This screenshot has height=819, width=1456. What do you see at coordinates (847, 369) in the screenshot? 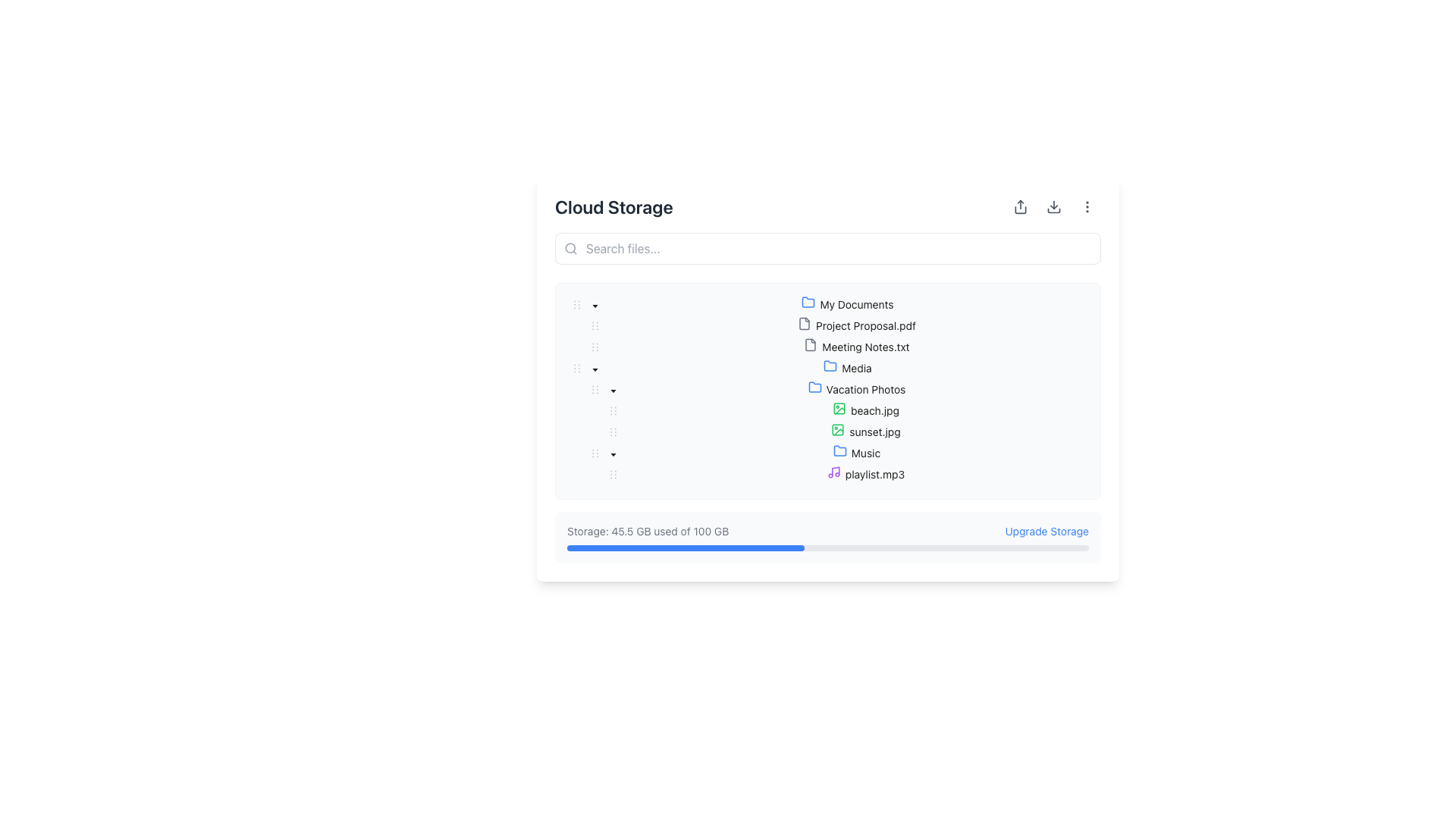
I see `on the 'Media' folder item, which is the second item in the hierarchical folder list under 'My Documents'` at bounding box center [847, 369].